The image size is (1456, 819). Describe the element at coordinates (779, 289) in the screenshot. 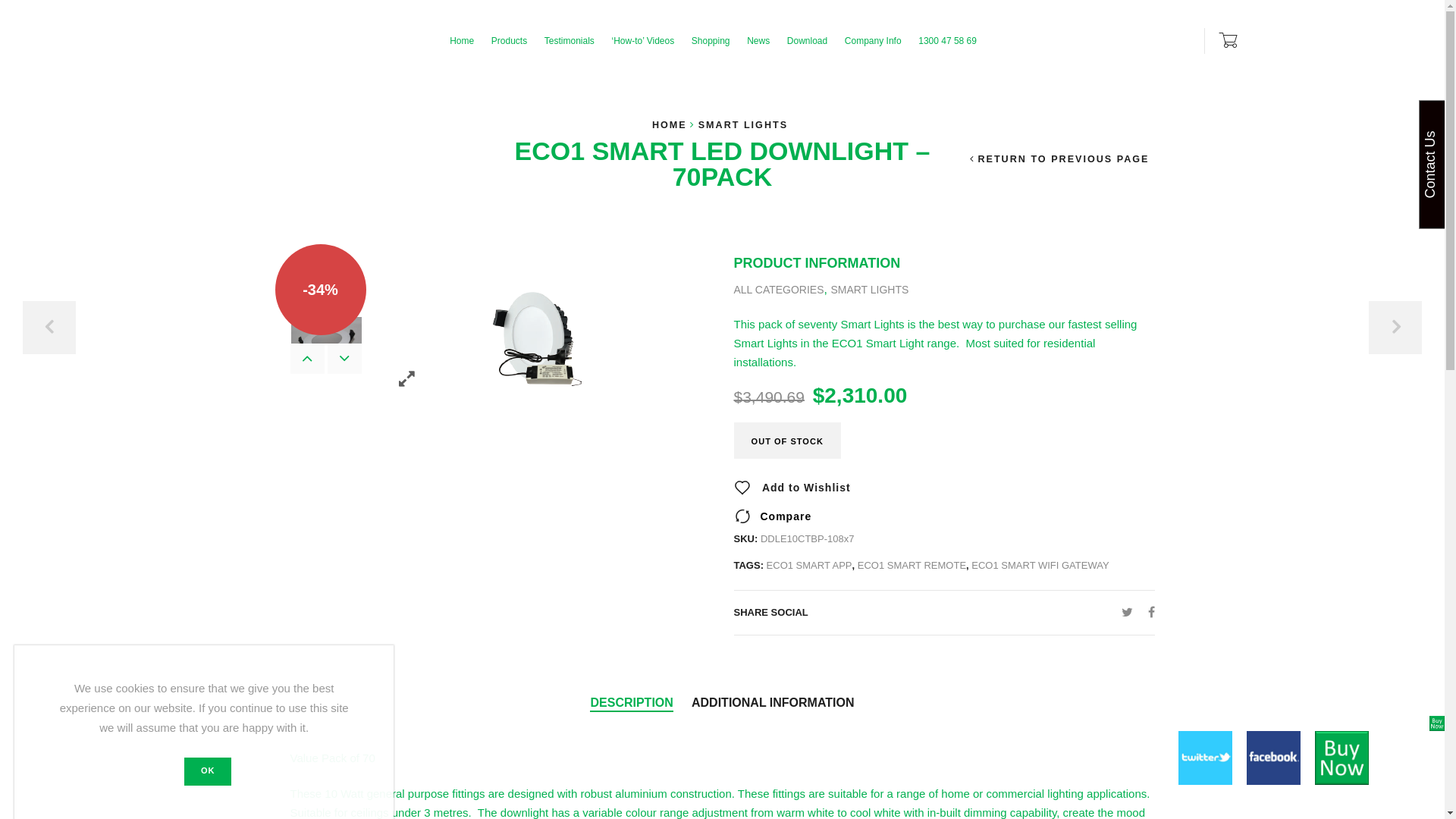

I see `'ALL CATEGORIES'` at that location.